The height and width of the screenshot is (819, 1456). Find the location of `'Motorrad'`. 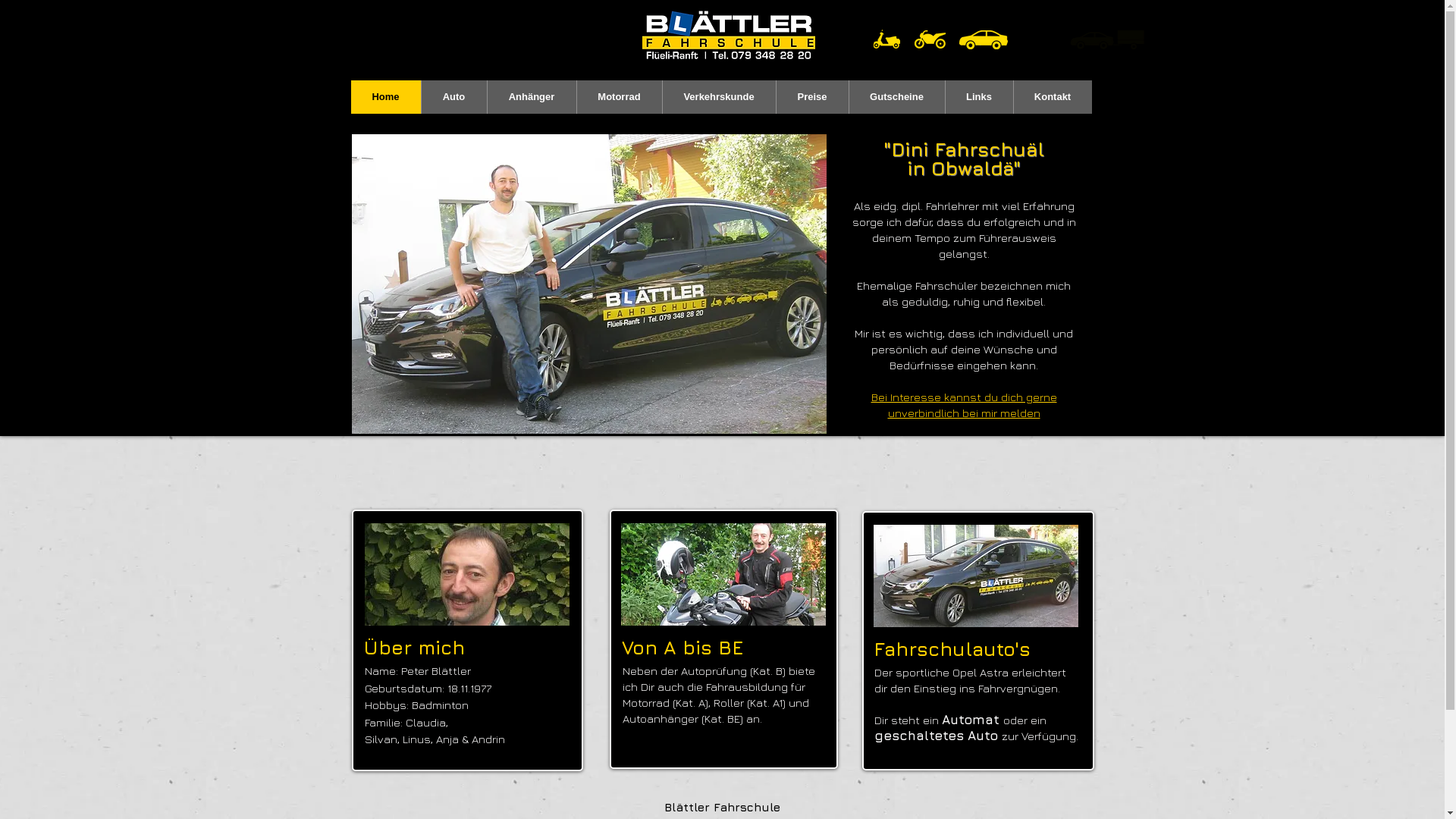

'Motorrad' is located at coordinates (619, 96).